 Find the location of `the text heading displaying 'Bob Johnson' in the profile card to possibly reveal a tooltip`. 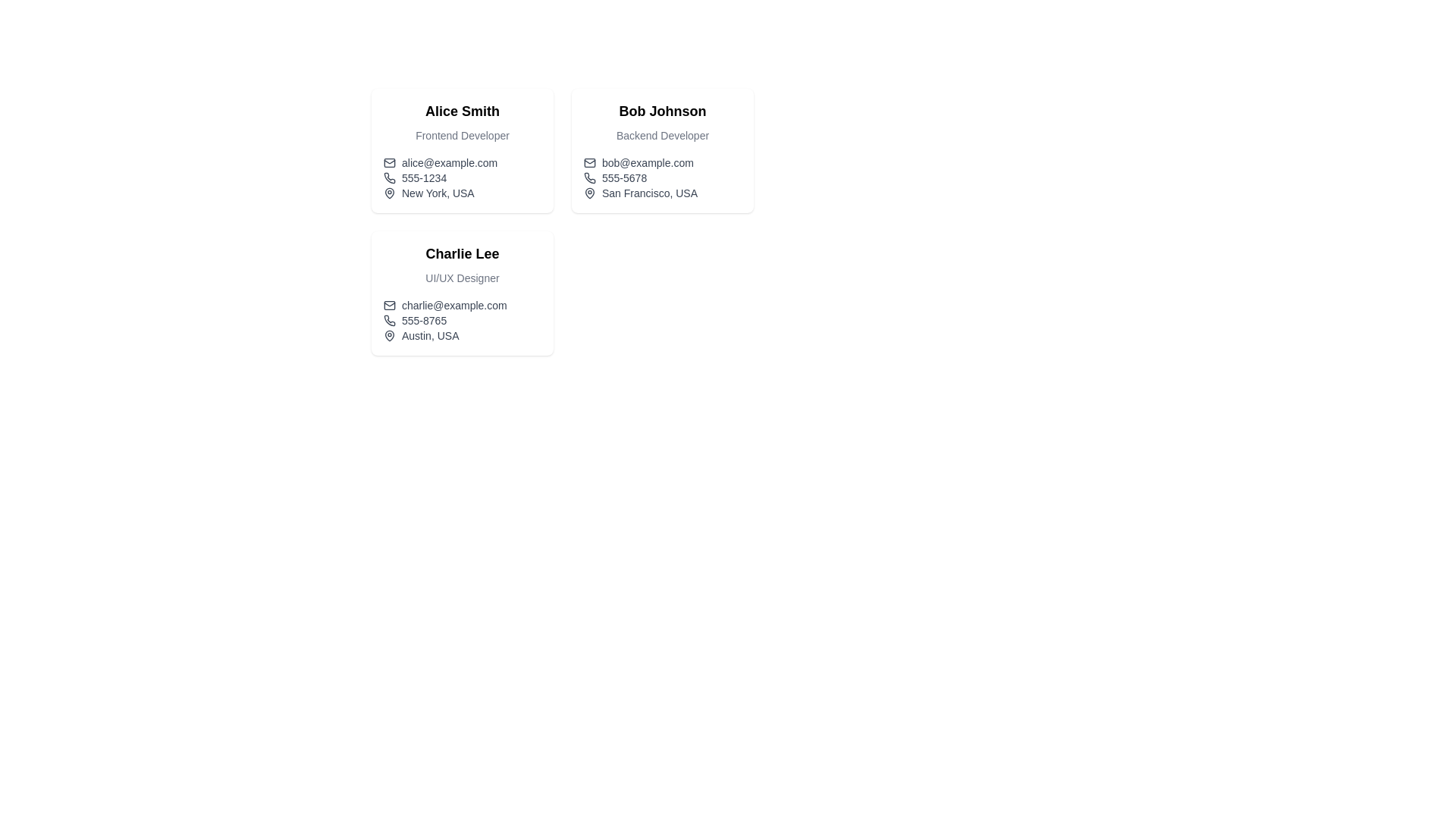

the text heading displaying 'Bob Johnson' in the profile card to possibly reveal a tooltip is located at coordinates (662, 110).